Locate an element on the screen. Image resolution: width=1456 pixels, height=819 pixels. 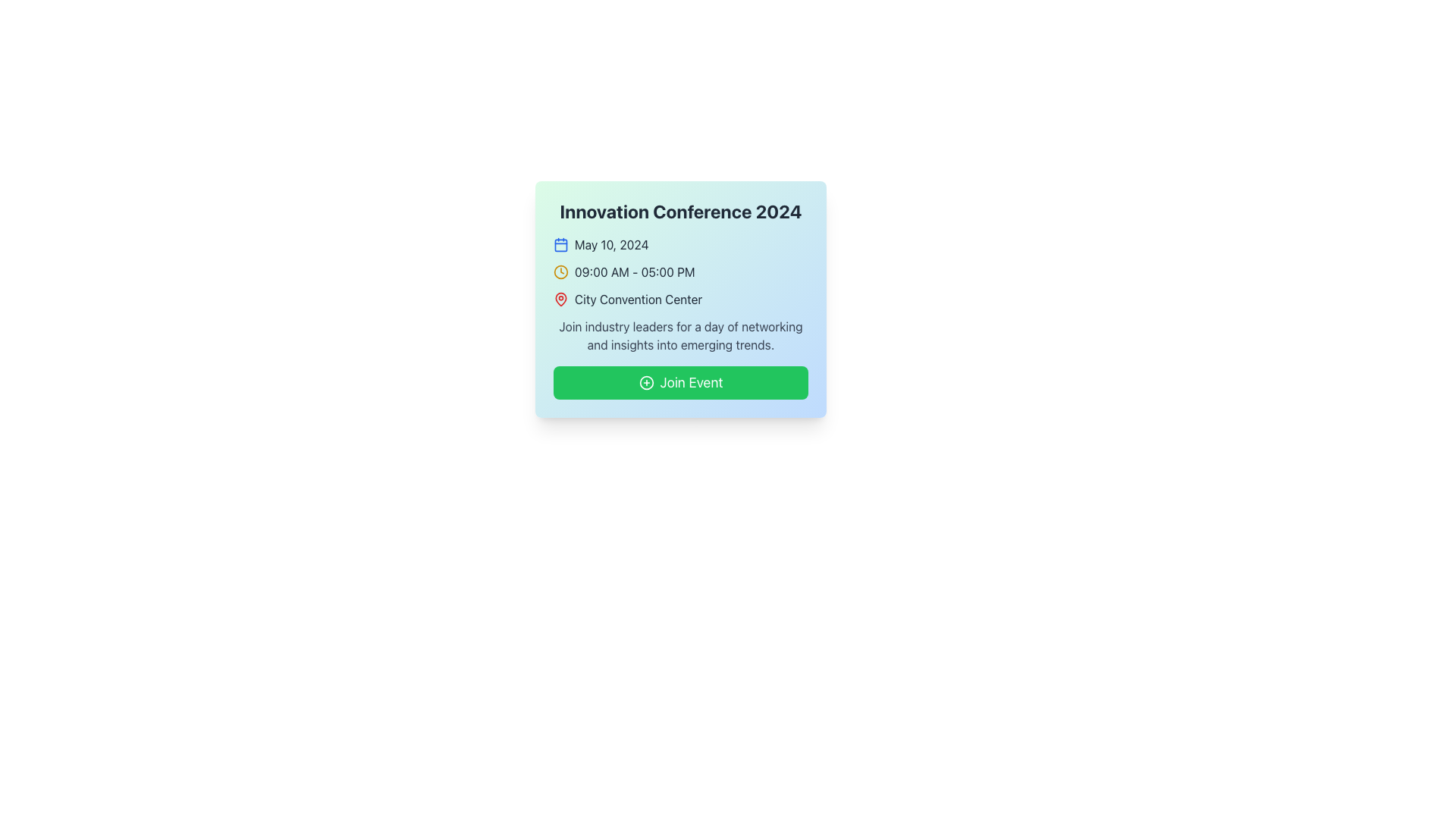
the central circular feature of the clock icon, which is a graphical element filled with color, representing a hand or decorative style is located at coordinates (560, 271).